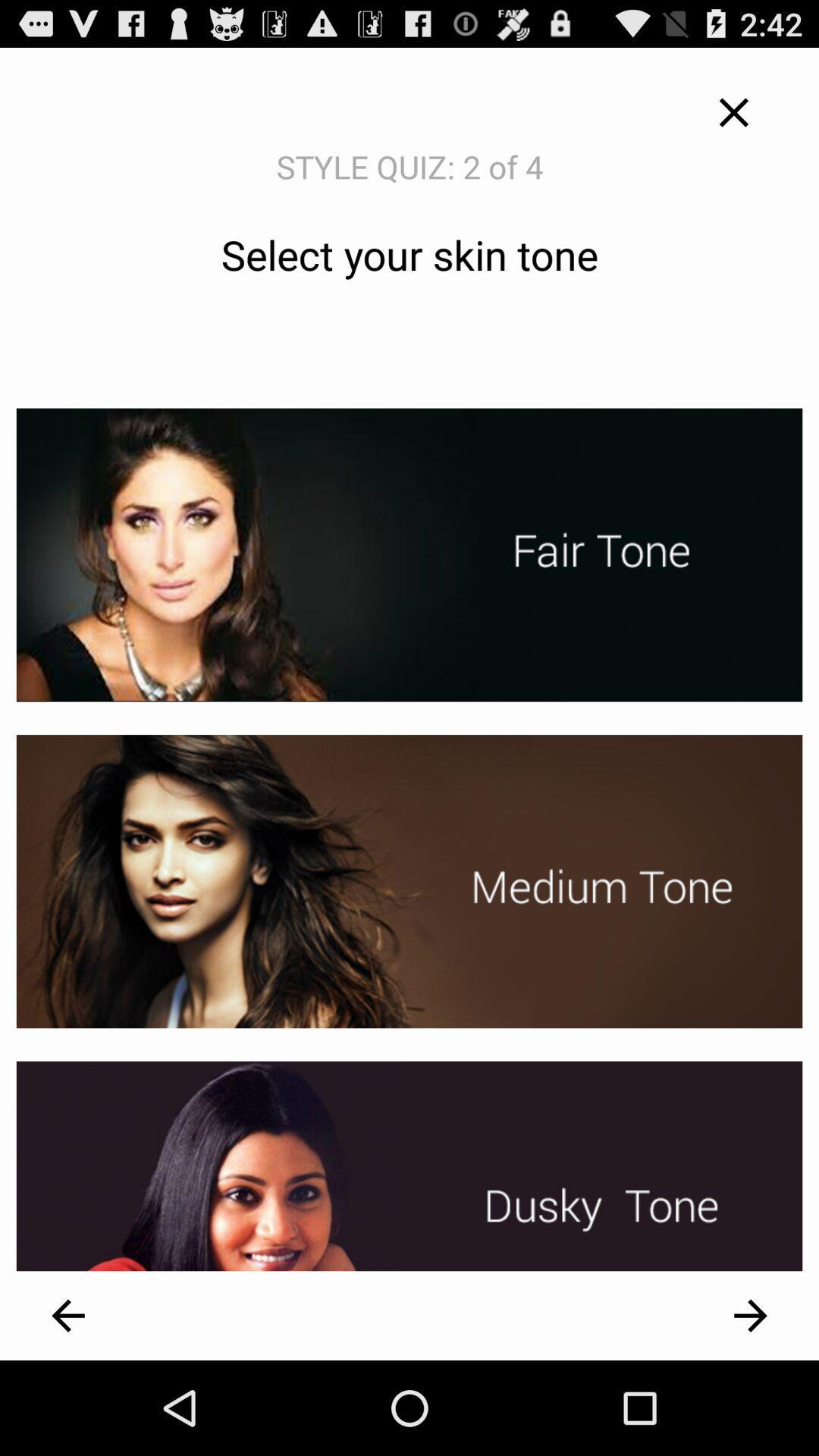 The image size is (819, 1456). I want to click on the font icon, so click(733, 119).